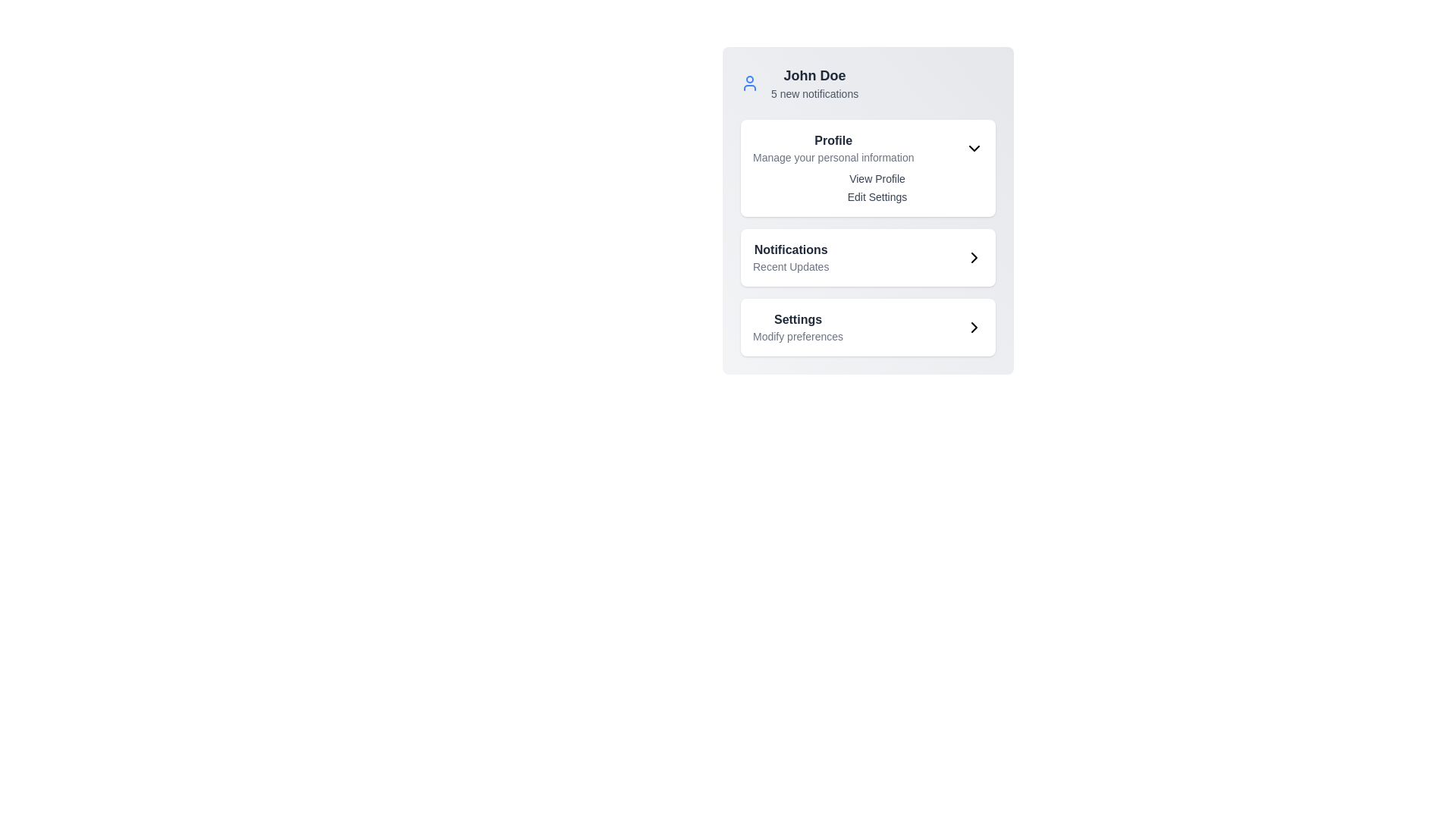 The image size is (1456, 819). Describe the element at coordinates (868, 210) in the screenshot. I see `the dashboard panel component that displays the name 'John Doe' and includes sections for 'Profile', 'Notifications', and 'Settings'` at that location.